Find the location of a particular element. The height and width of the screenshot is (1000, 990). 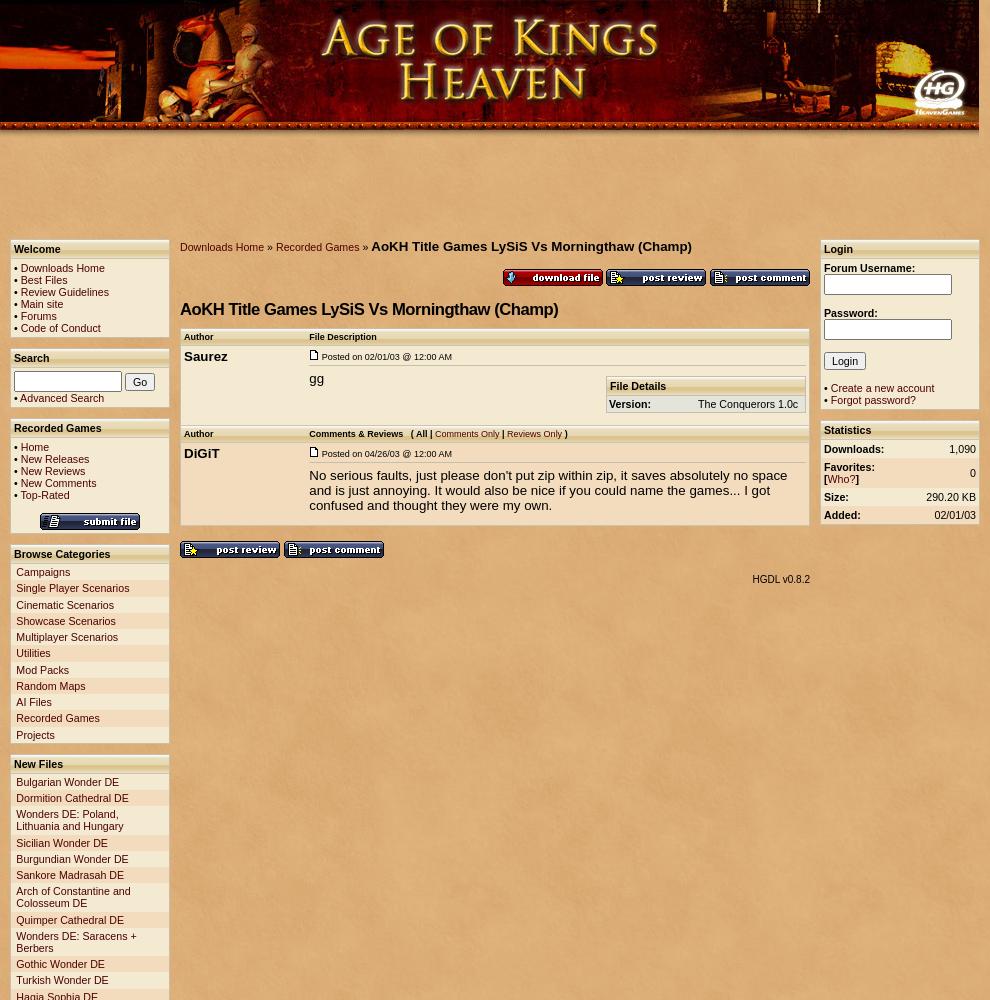

'0' is located at coordinates (972, 472).